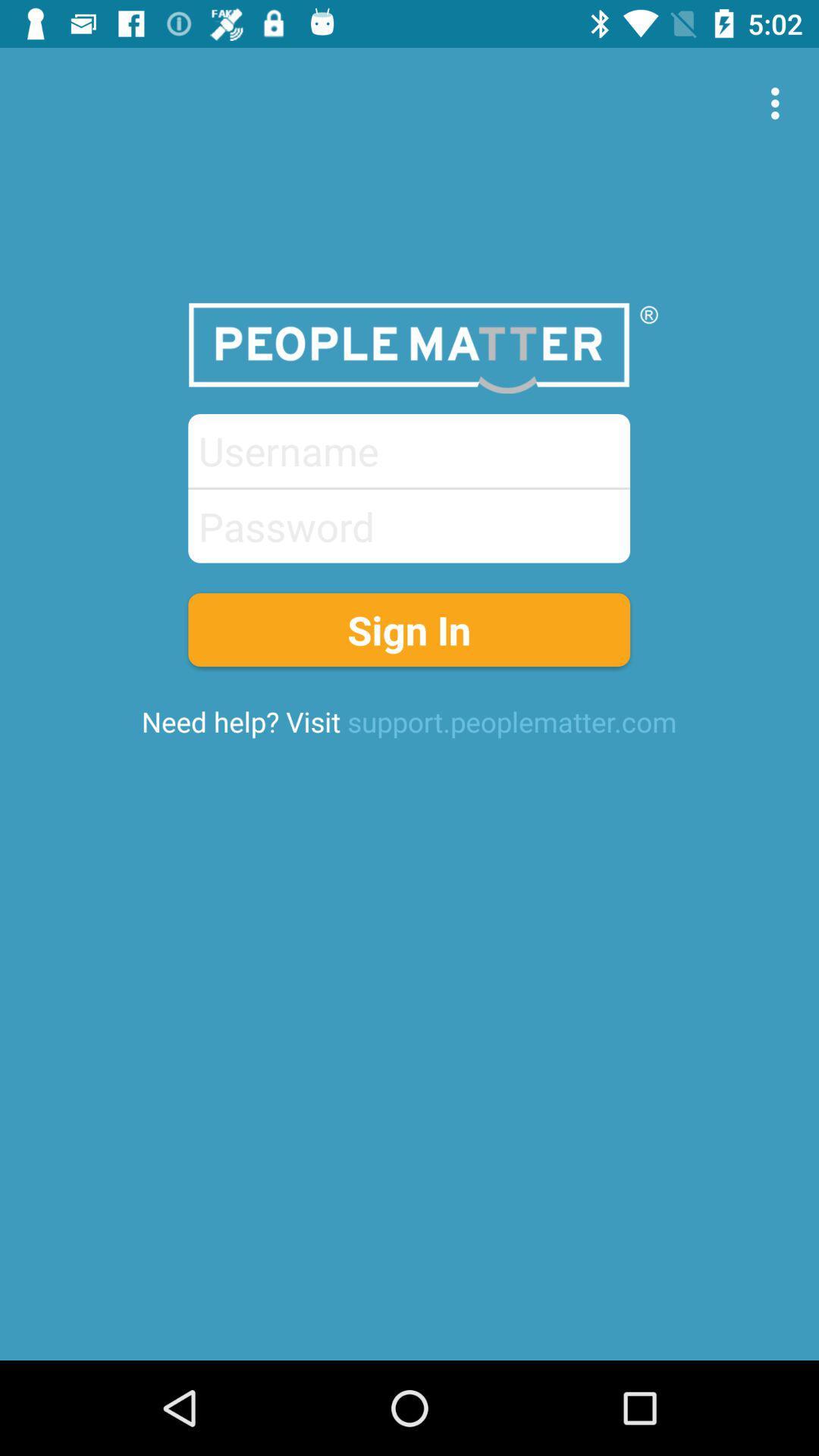  I want to click on sign in icon, so click(408, 629).